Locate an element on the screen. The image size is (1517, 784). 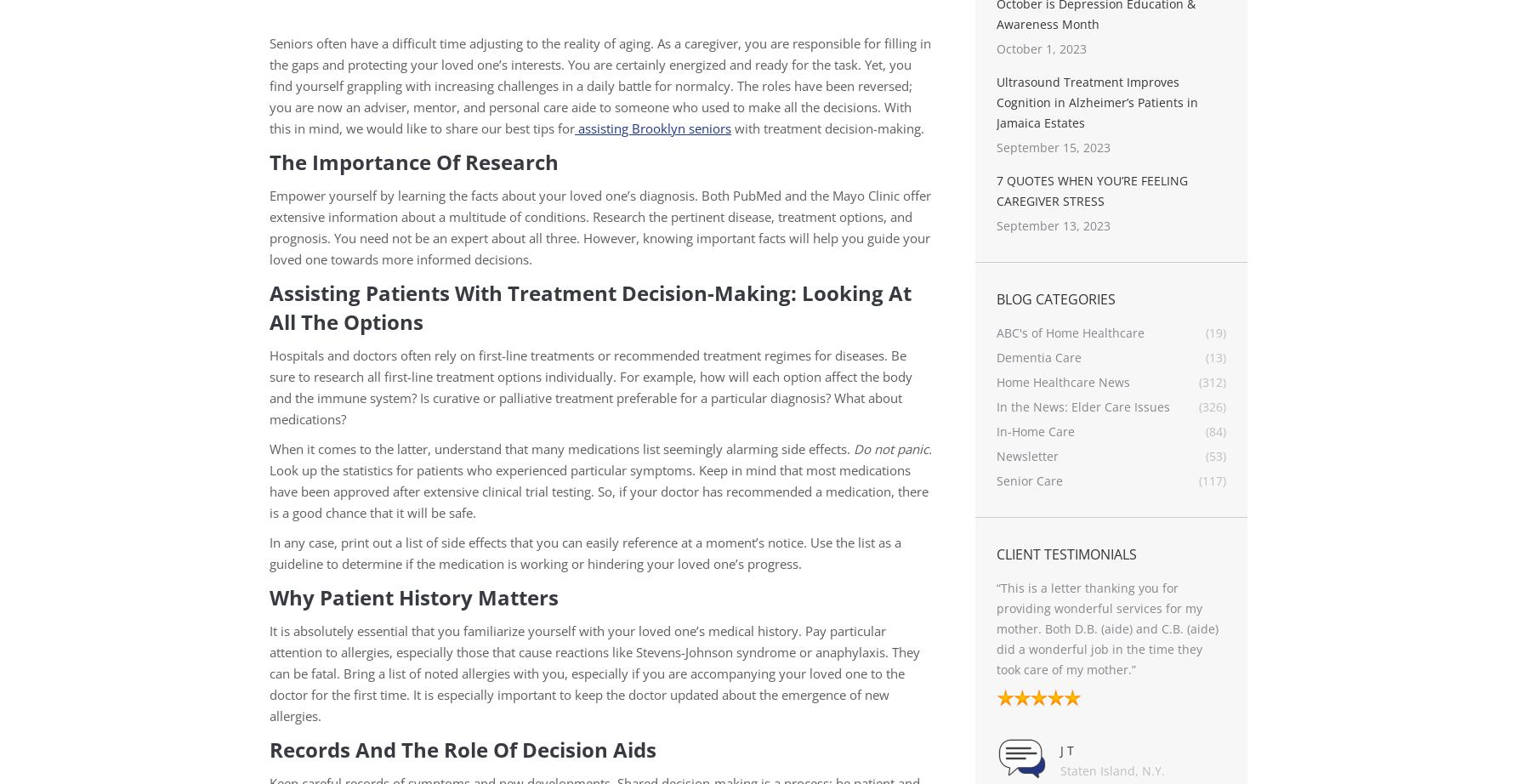
'It is absolutely essential that you familiarize yourself with your loved one’s medical history. Pay particular attention to allergies, especially those that cause reactions like Stevens-Johnson syndrome or anaphylaxis. They can be fatal. Bring a list of noted allergies with you, especially if you are accompanying your loved one to the doctor for the first time. It is especially important to keep the doctor updated about the emergence of new allergies.' is located at coordinates (594, 672).